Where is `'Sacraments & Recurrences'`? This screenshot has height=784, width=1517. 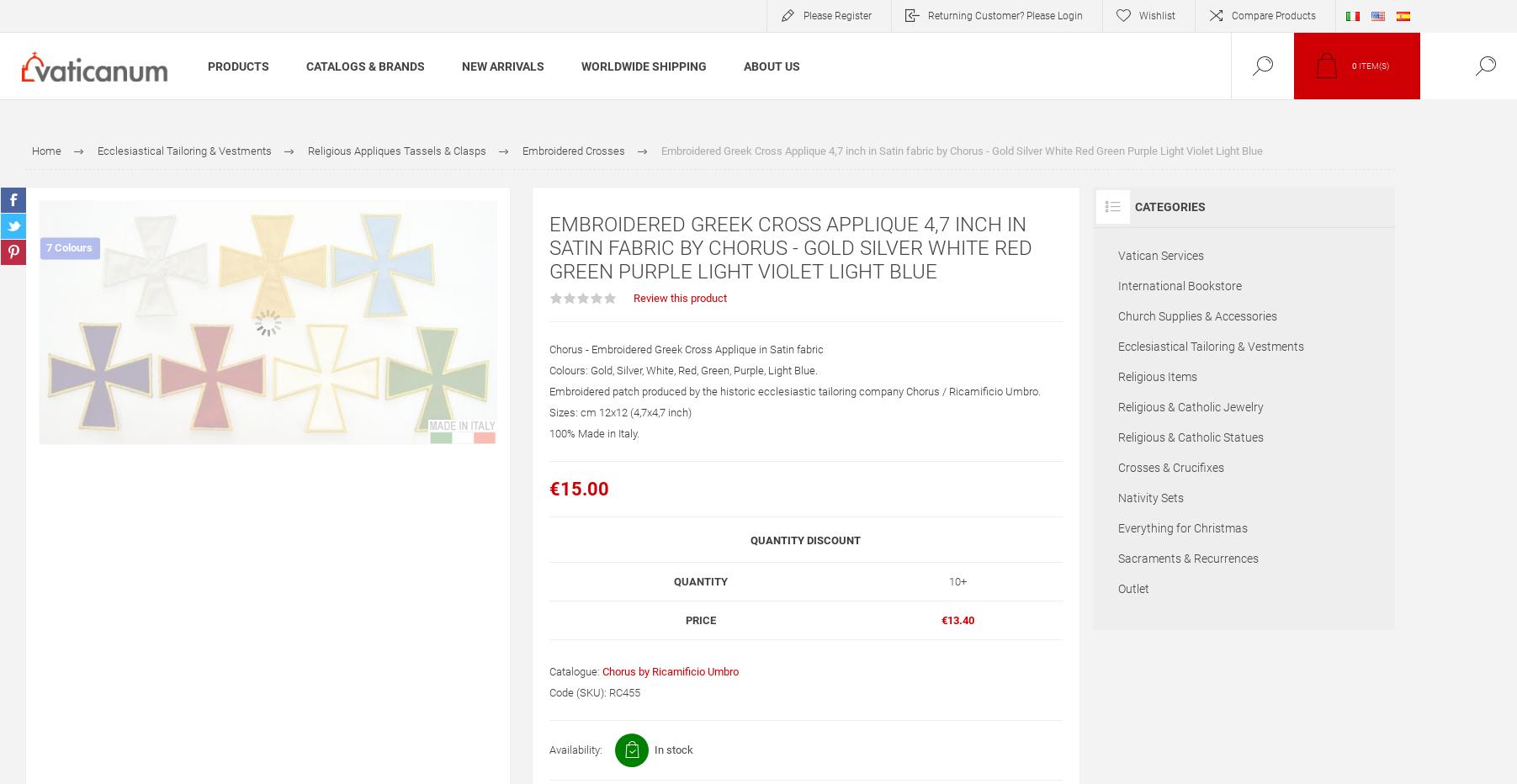
'Sacraments & Recurrences' is located at coordinates (1187, 558).